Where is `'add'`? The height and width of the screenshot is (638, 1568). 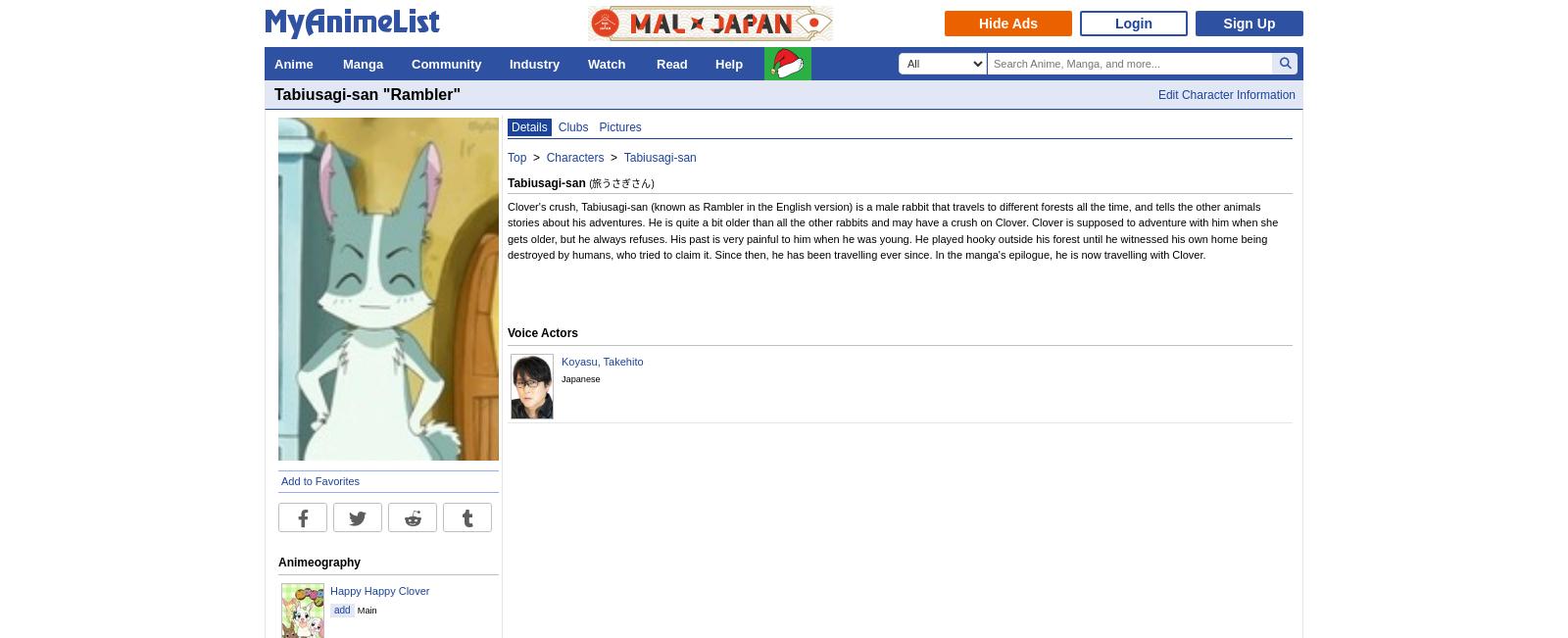
'add' is located at coordinates (341, 610).